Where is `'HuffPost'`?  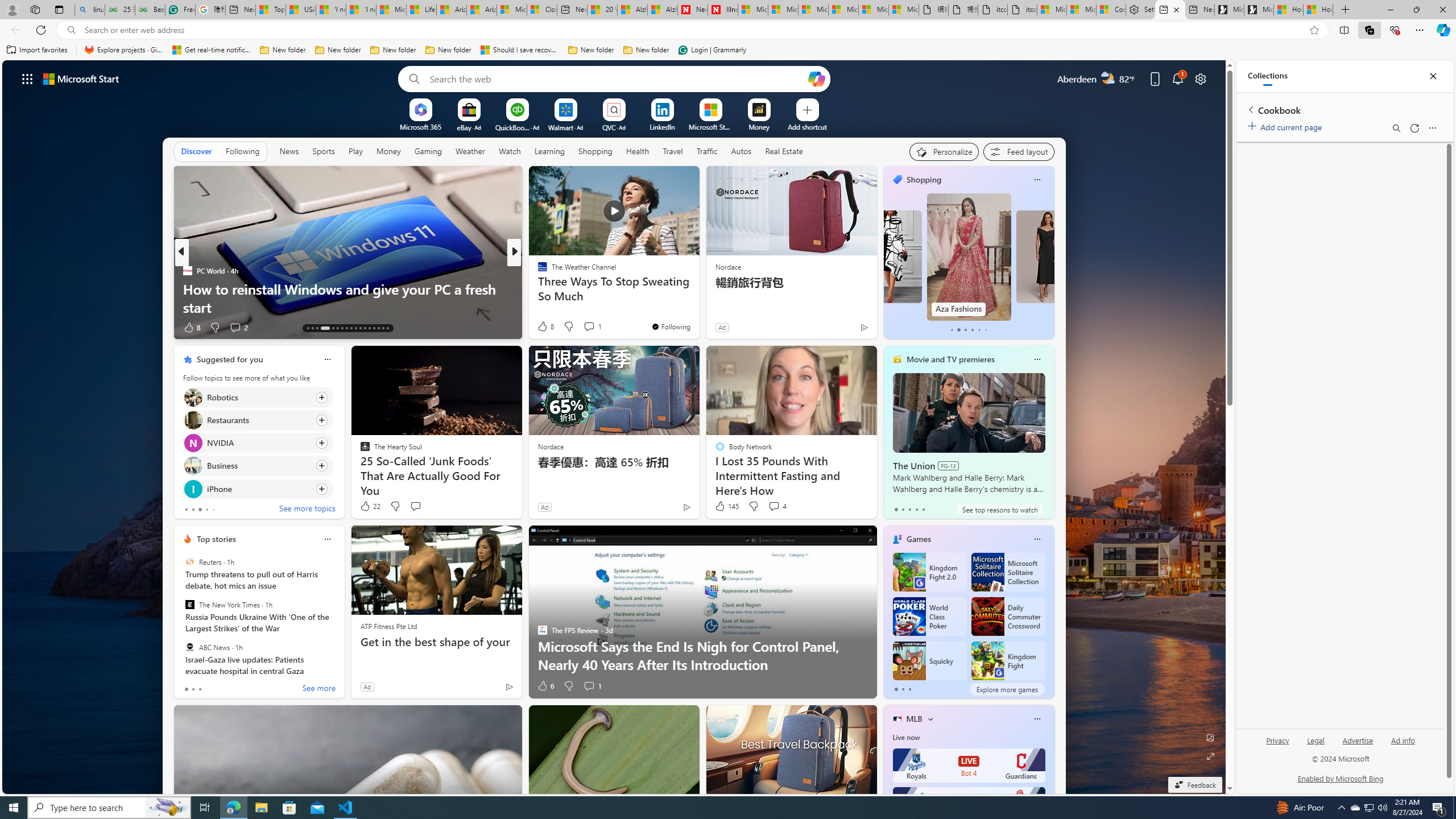 'HuffPost' is located at coordinates (537, 270).